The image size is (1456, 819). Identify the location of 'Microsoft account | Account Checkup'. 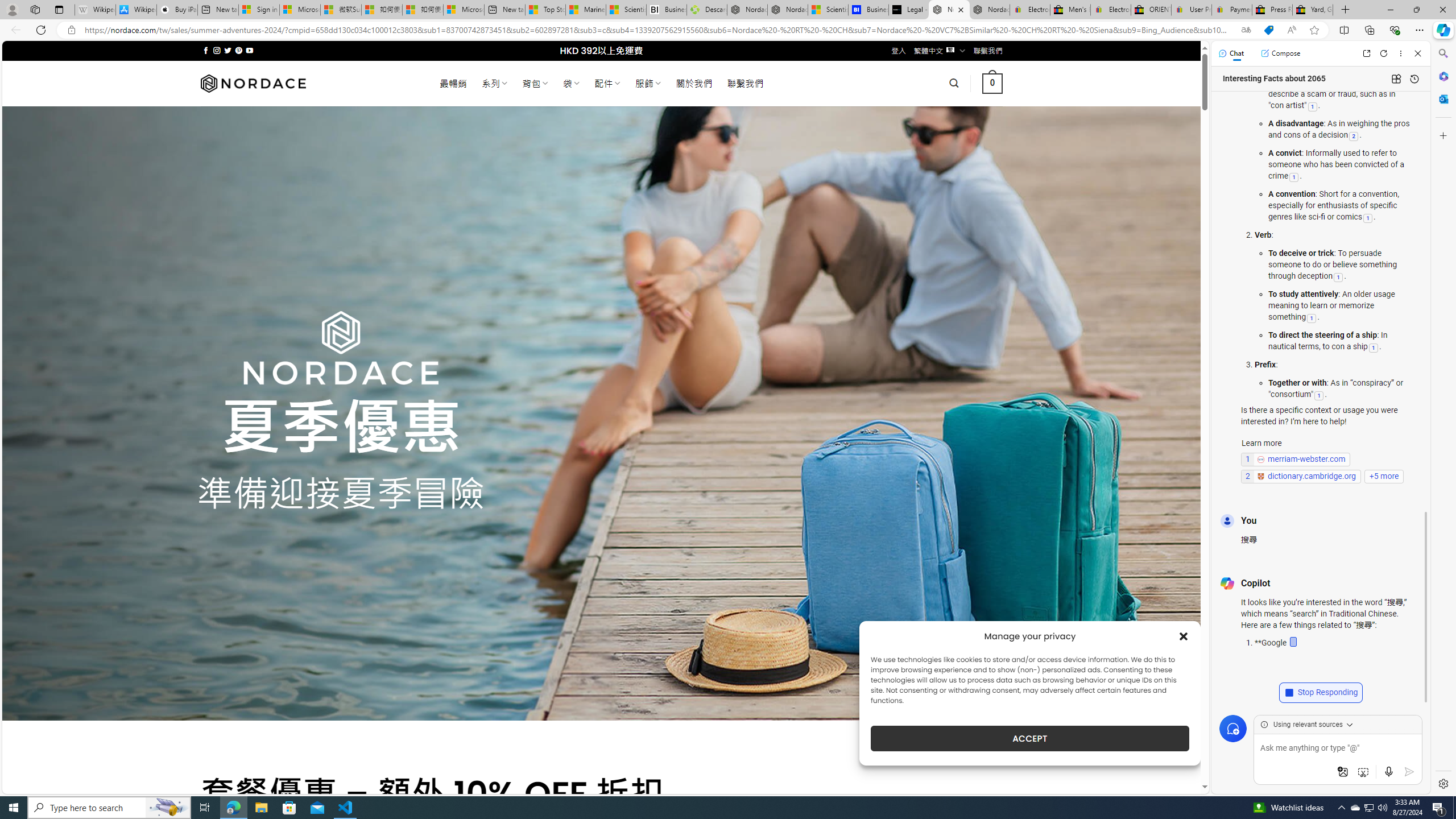
(464, 9).